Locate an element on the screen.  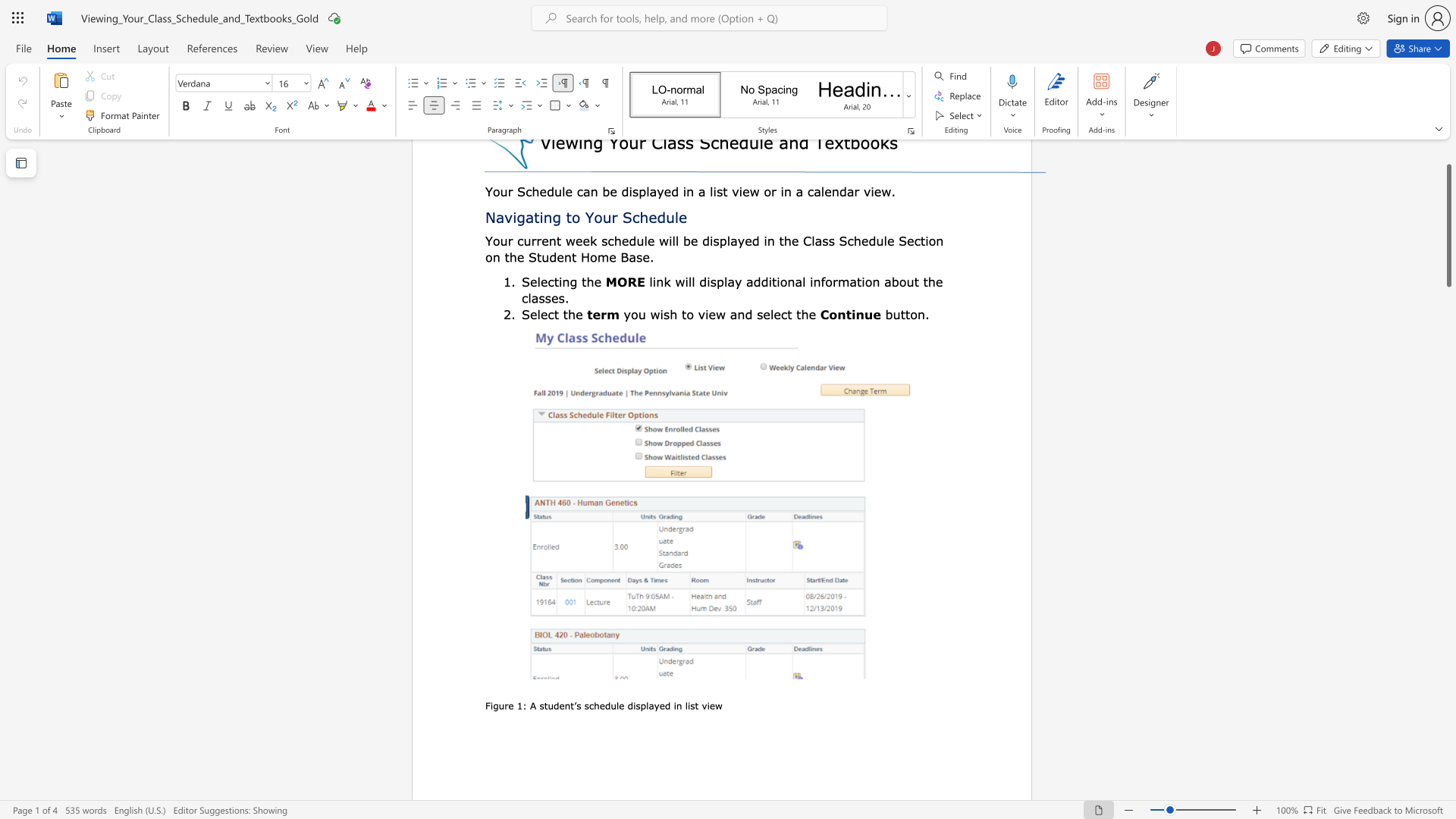
the scrollbar and move up 20 pixels is located at coordinates (1448, 225).